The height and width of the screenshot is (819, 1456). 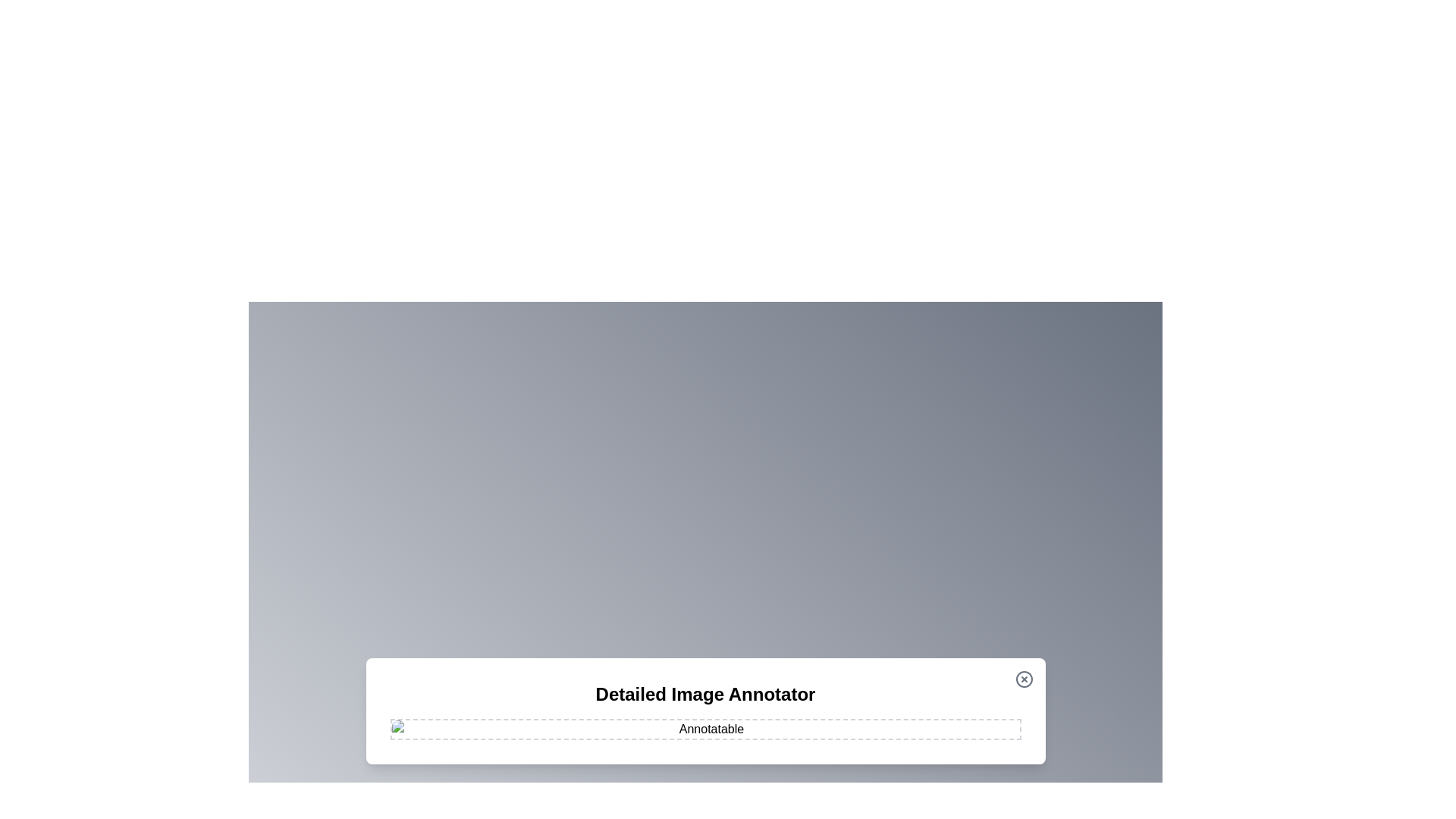 I want to click on the image at coordinates (537, 962) to add an annotation, so click(x=407, y=728).